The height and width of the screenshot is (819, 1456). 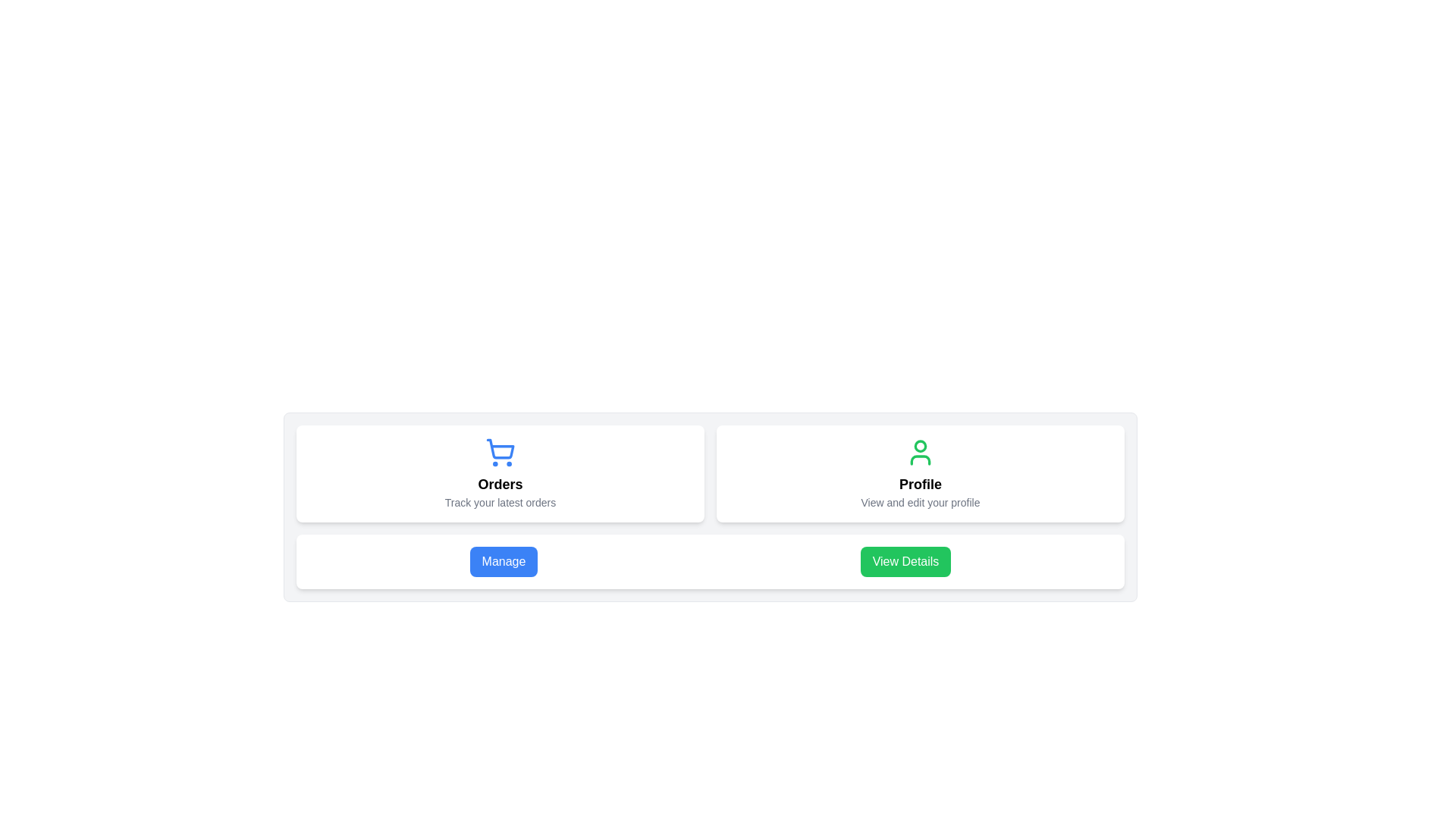 What do you see at coordinates (905, 561) in the screenshot?
I see `the 'View Details' button with a green background and white text` at bounding box center [905, 561].